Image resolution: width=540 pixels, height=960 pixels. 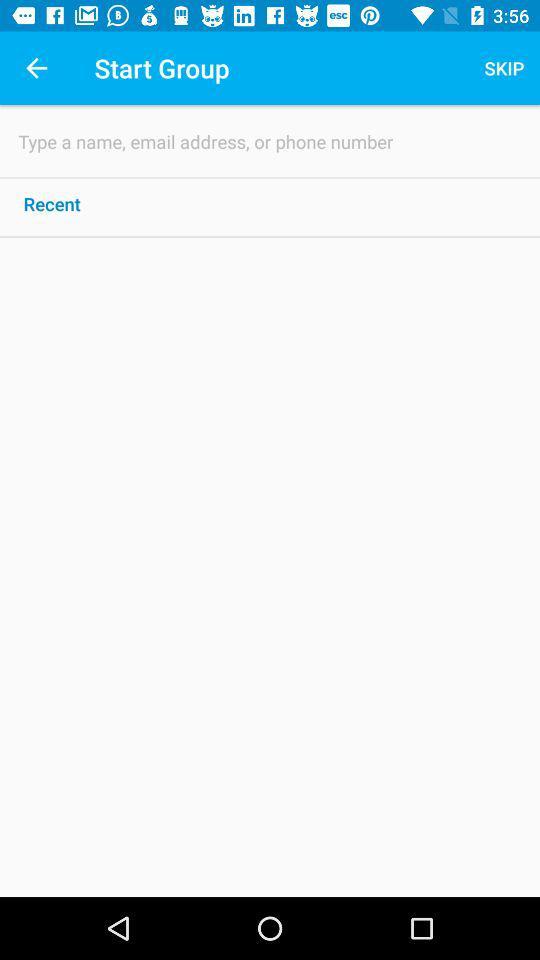 What do you see at coordinates (36, 68) in the screenshot?
I see `app to the left of start group app` at bounding box center [36, 68].